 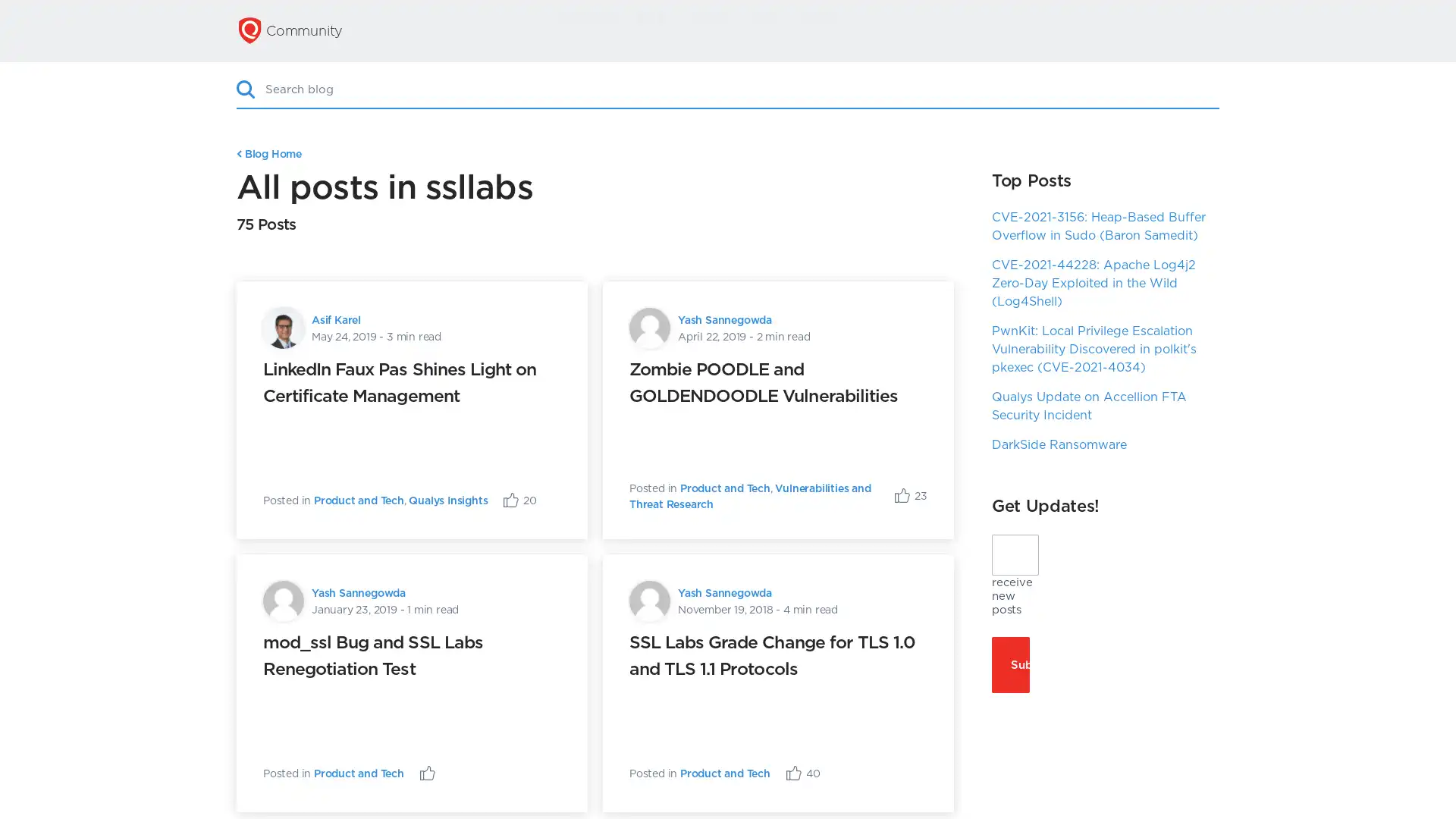 I want to click on Like Post, so click(x=425, y=773).